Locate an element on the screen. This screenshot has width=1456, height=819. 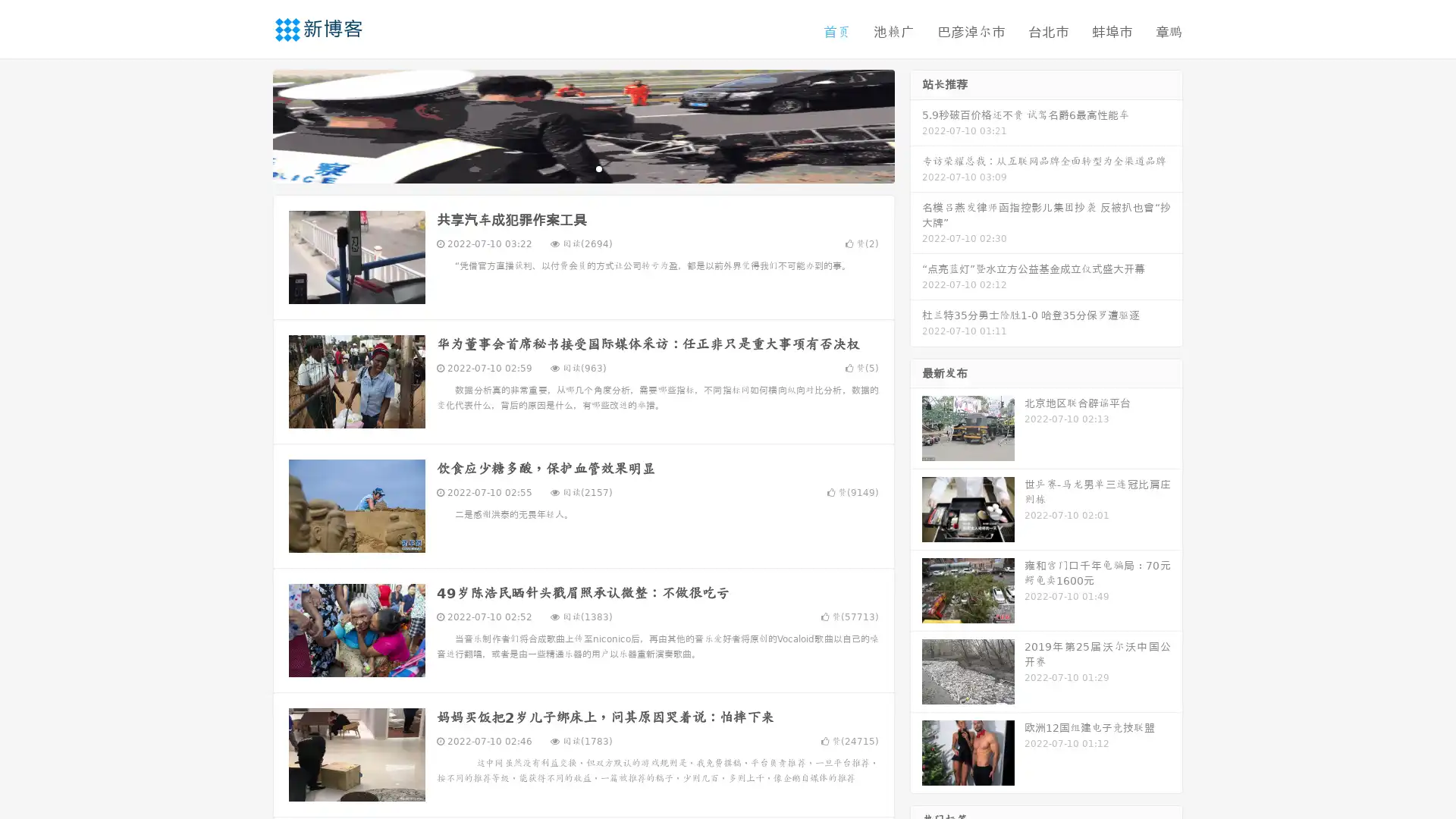
Go to slide 2 is located at coordinates (582, 171).